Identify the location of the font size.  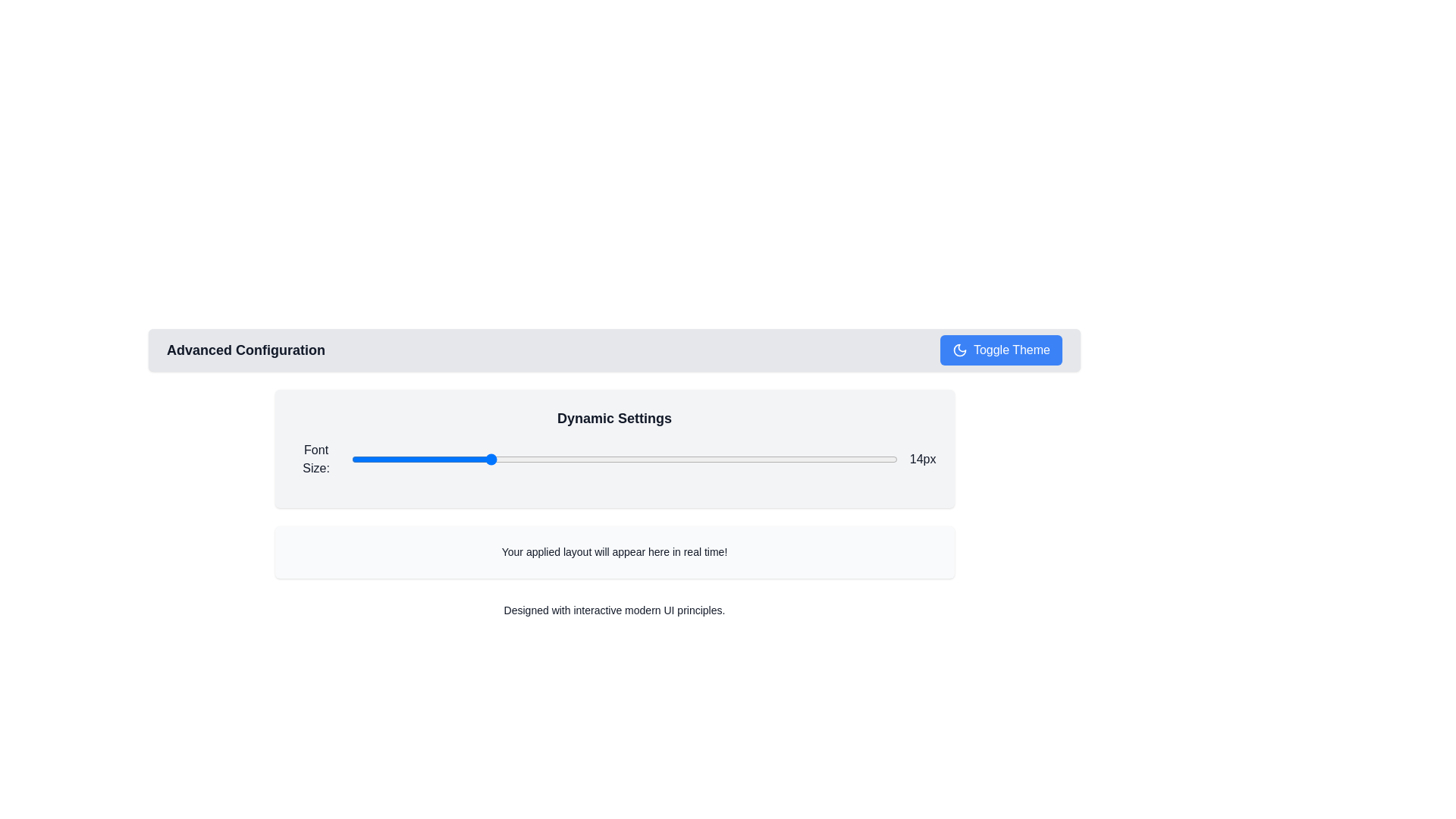
(761, 458).